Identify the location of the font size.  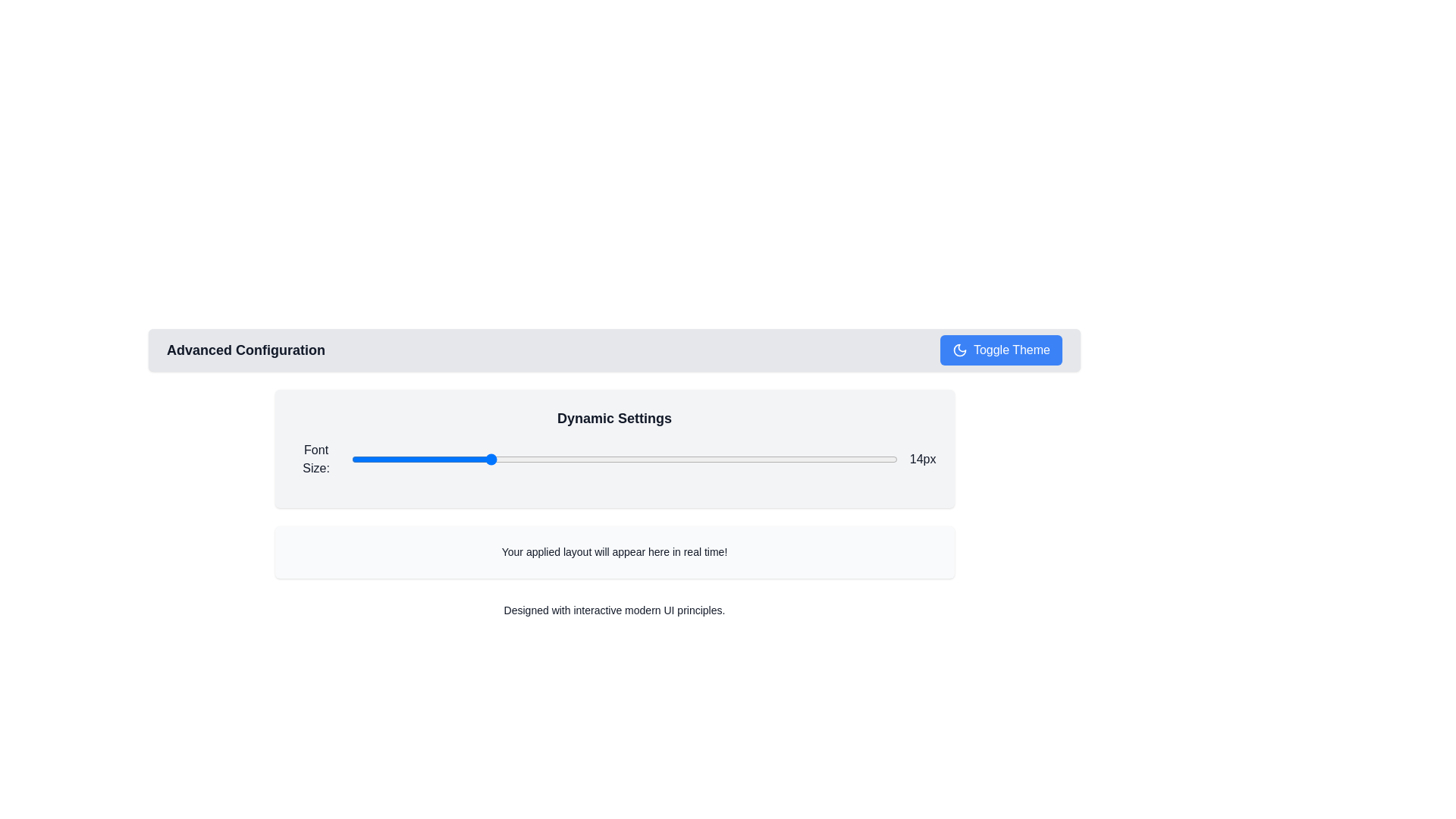
(761, 458).